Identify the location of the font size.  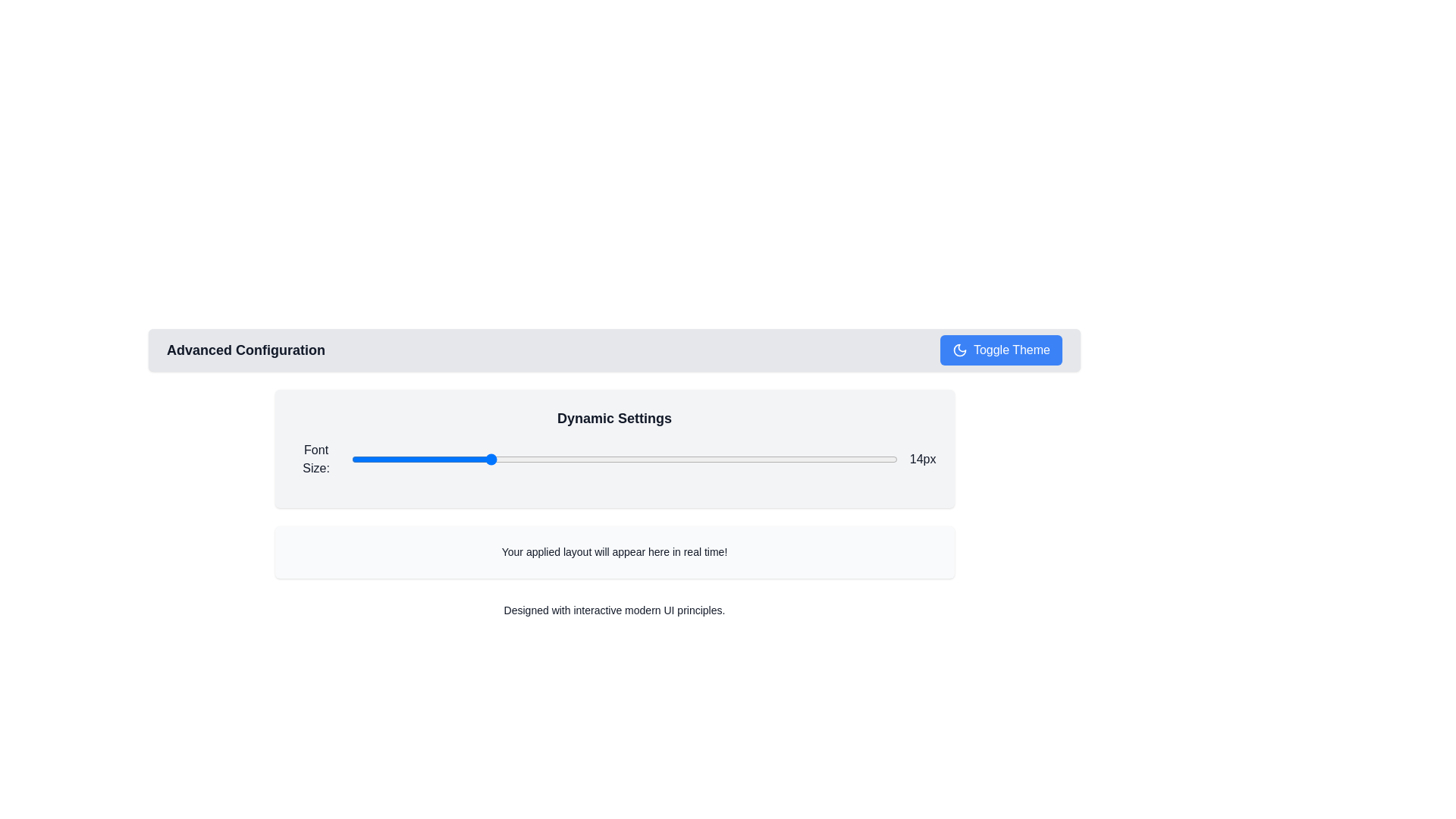
(761, 458).